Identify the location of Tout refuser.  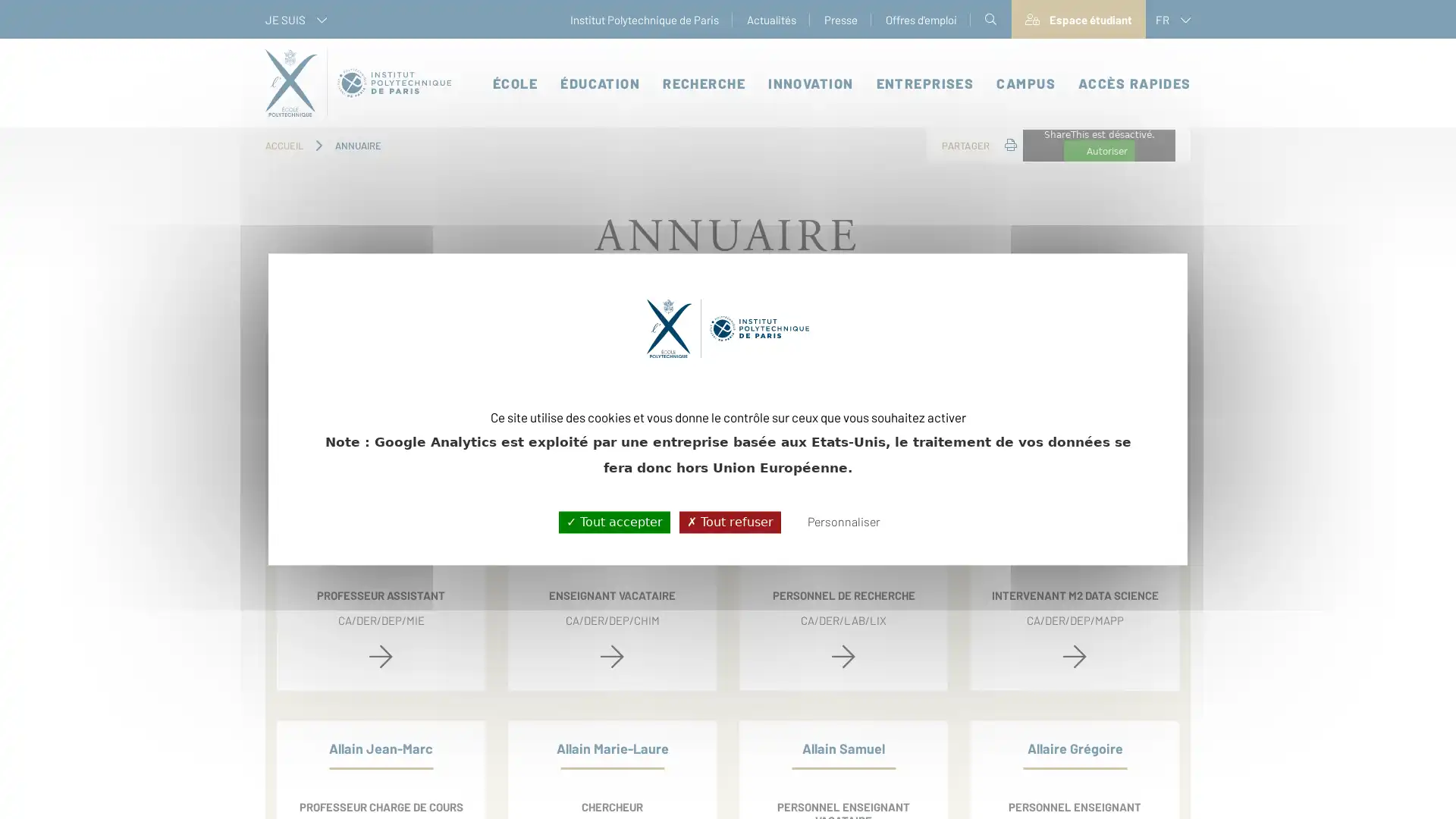
(729, 521).